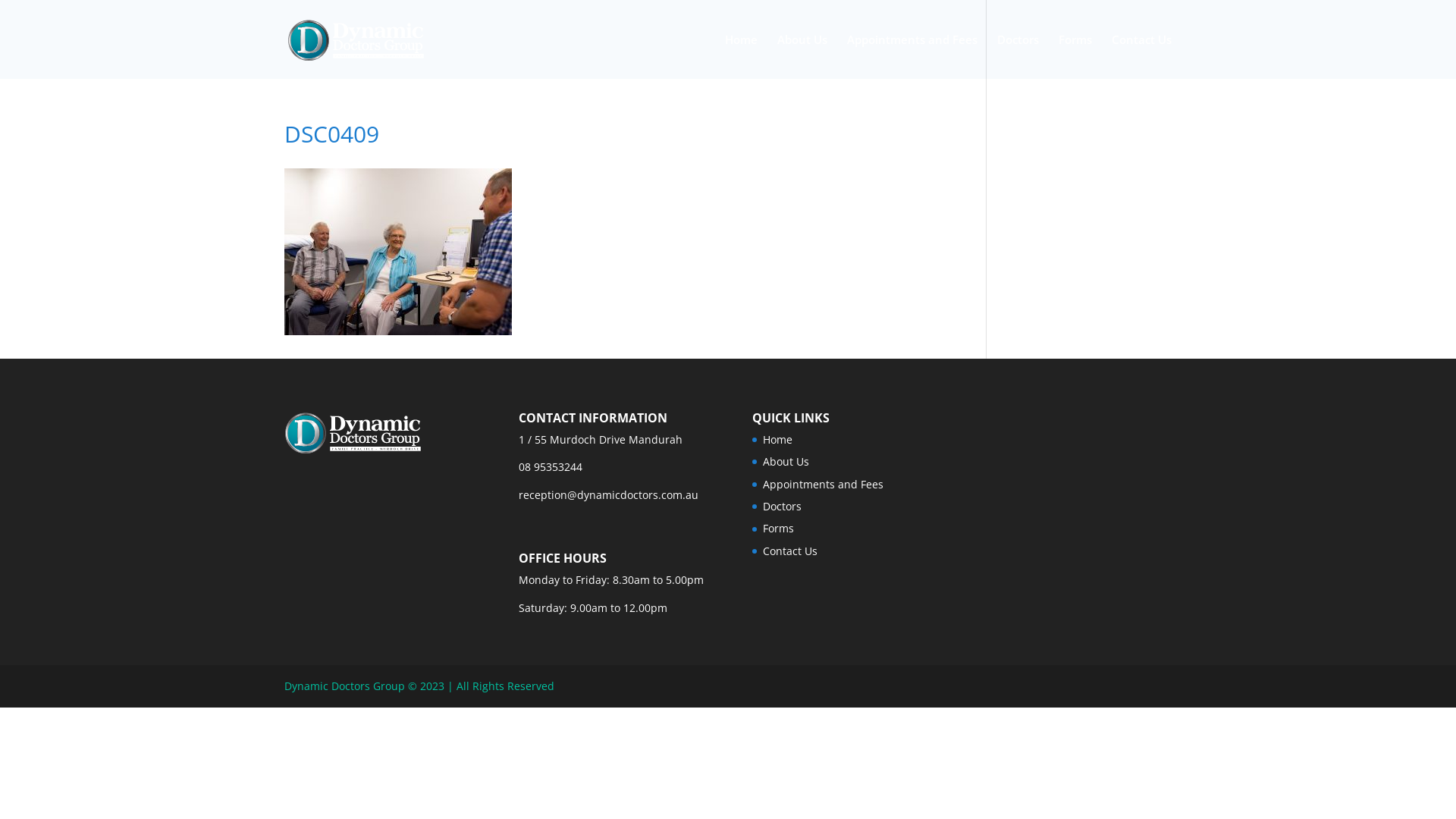 The width and height of the screenshot is (1456, 819). I want to click on 'Forms', so click(778, 527).